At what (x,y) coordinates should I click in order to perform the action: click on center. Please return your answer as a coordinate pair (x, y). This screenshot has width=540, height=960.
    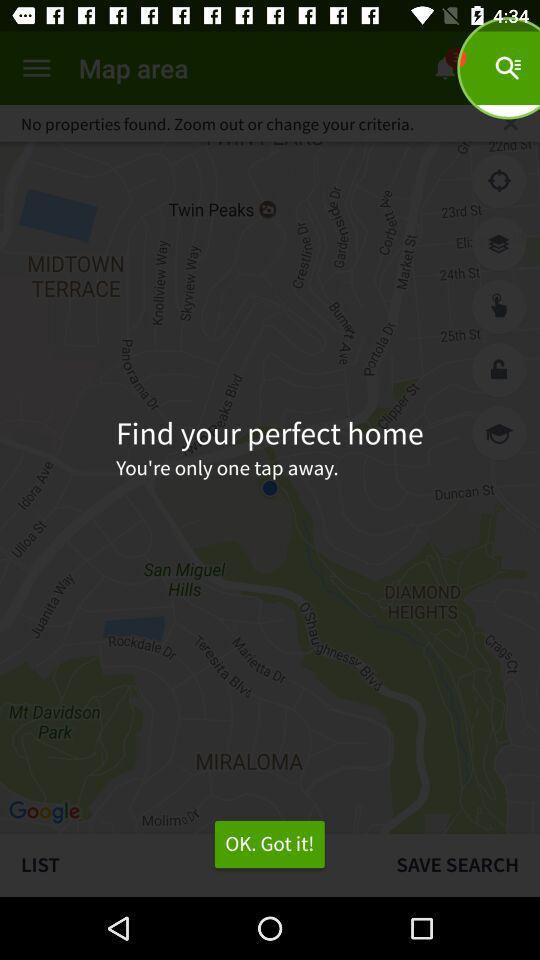
    Looking at the image, I should click on (498, 181).